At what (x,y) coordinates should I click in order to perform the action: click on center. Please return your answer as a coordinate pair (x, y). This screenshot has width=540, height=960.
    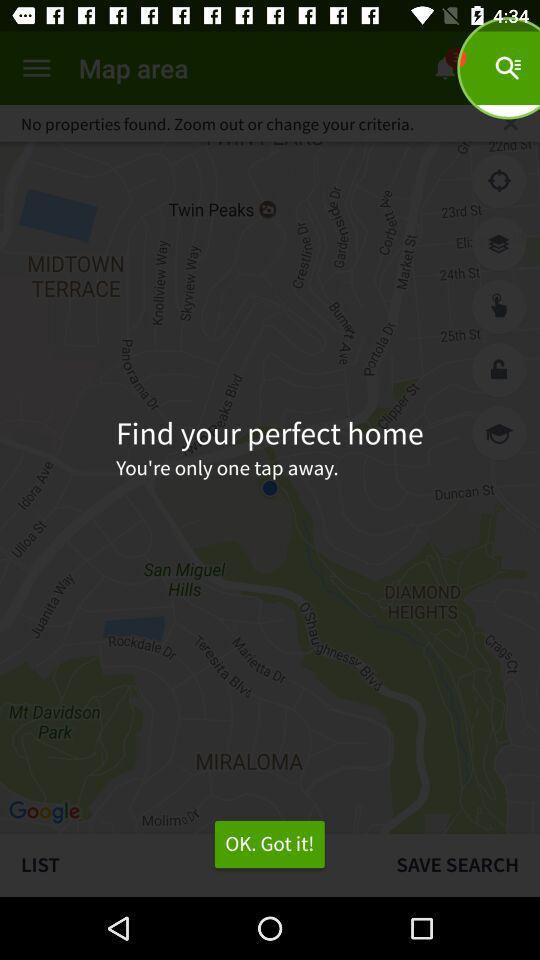
    Looking at the image, I should click on (498, 181).